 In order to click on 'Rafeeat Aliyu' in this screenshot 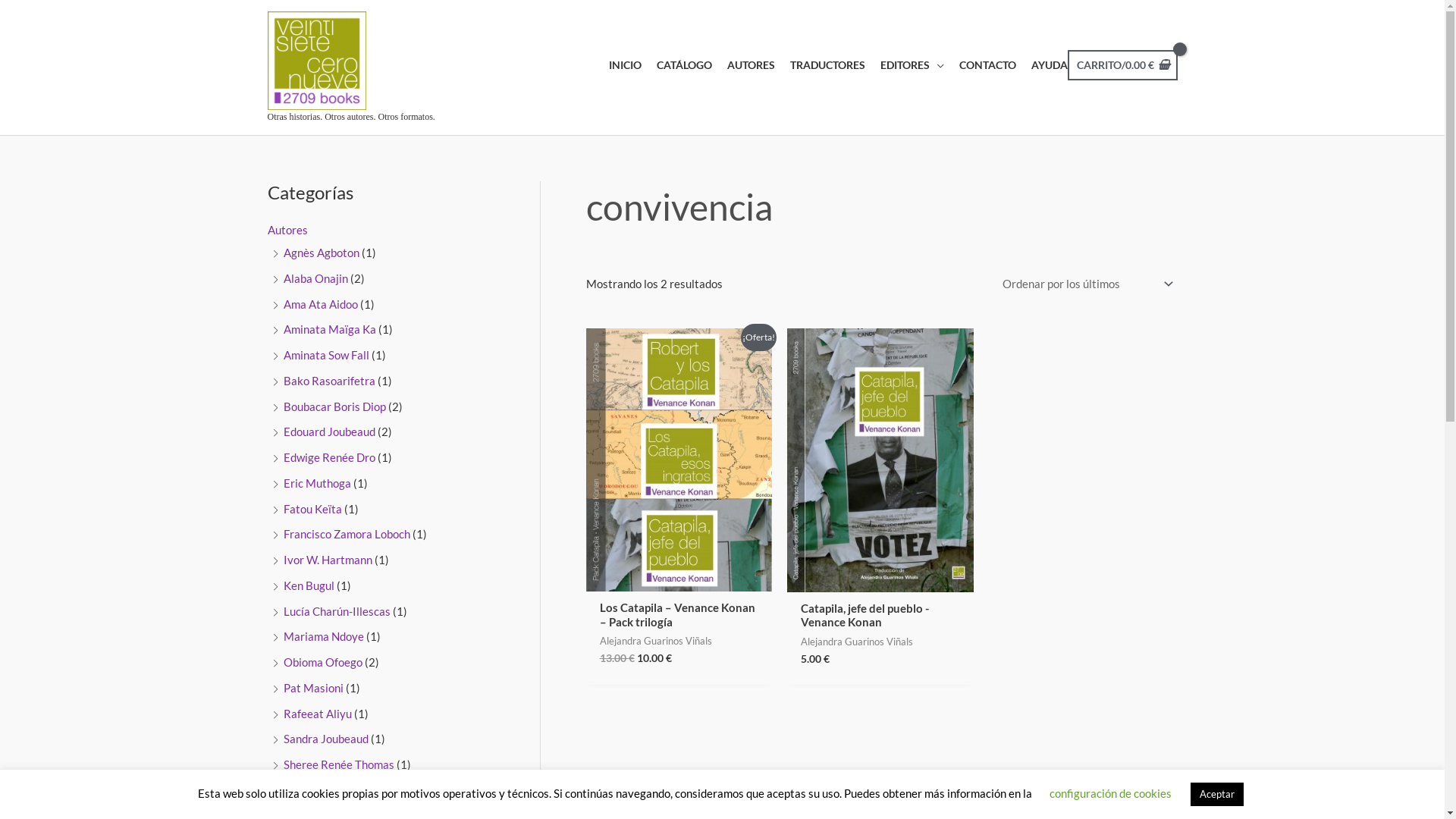, I will do `click(284, 714)`.